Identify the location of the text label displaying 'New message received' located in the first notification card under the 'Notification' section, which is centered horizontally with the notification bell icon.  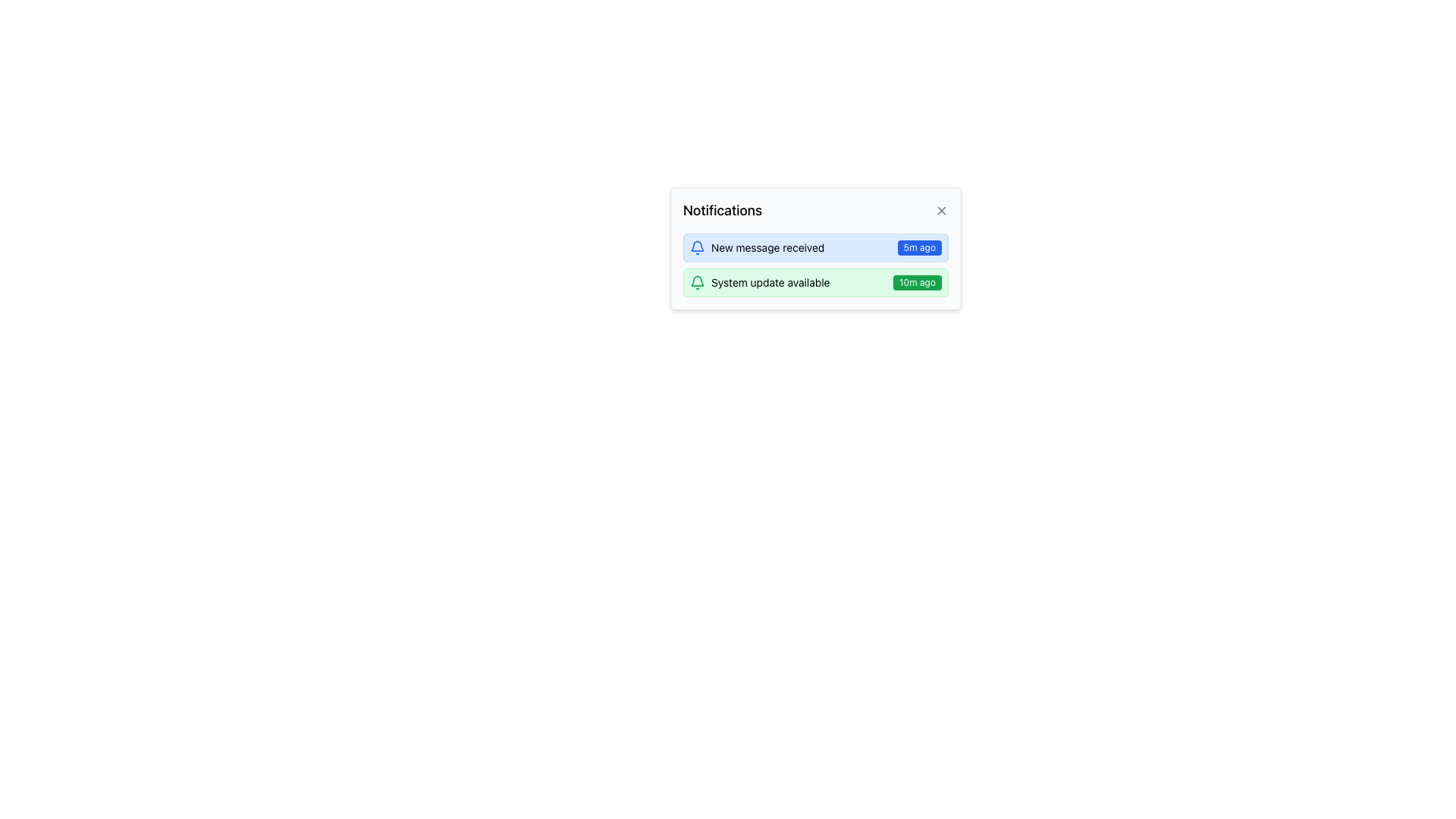
(767, 247).